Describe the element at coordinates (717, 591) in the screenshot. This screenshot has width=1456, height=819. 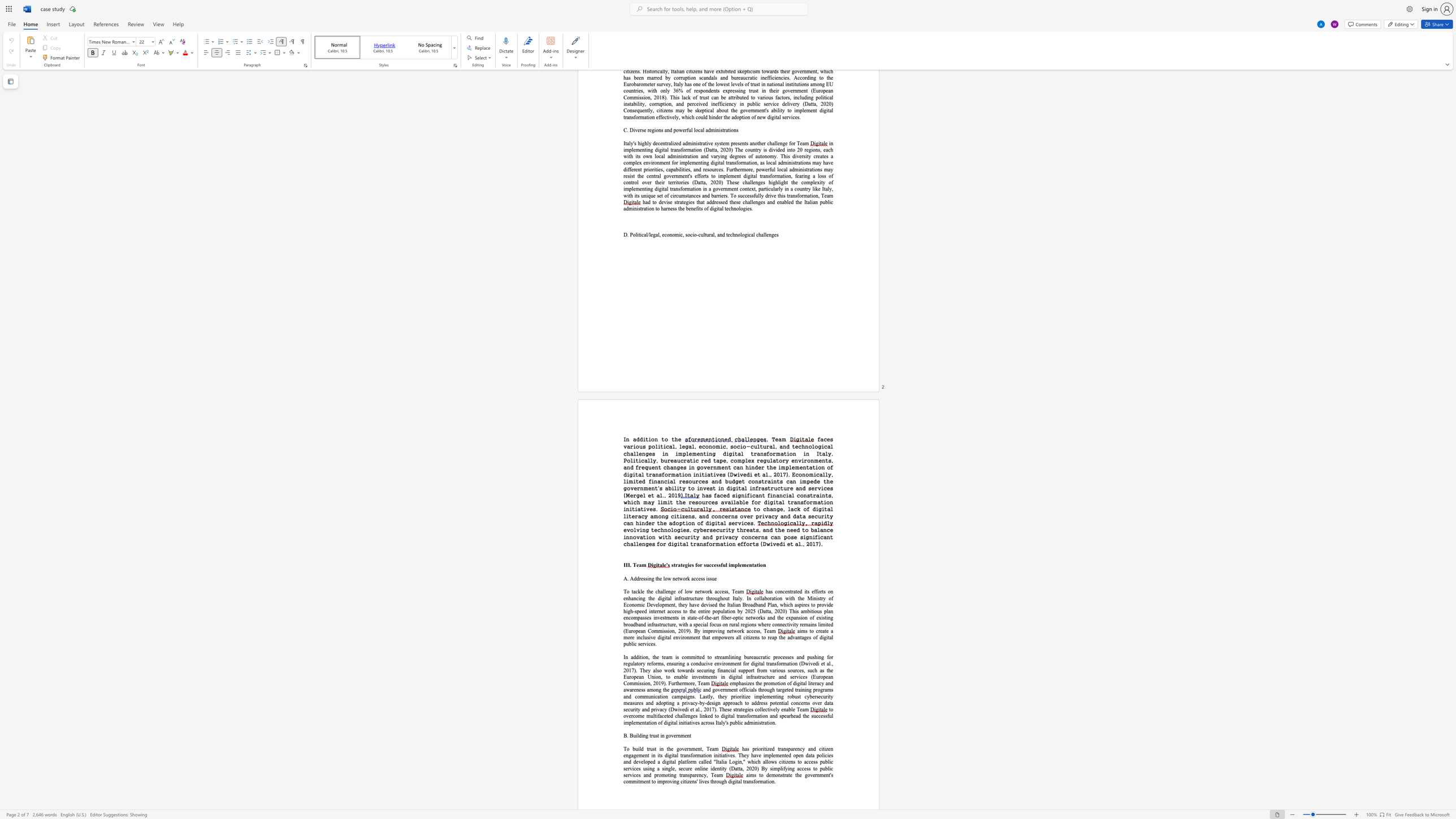
I see `the subset text "cc" within the text "To tackle the challenge of low network access, Team"` at that location.